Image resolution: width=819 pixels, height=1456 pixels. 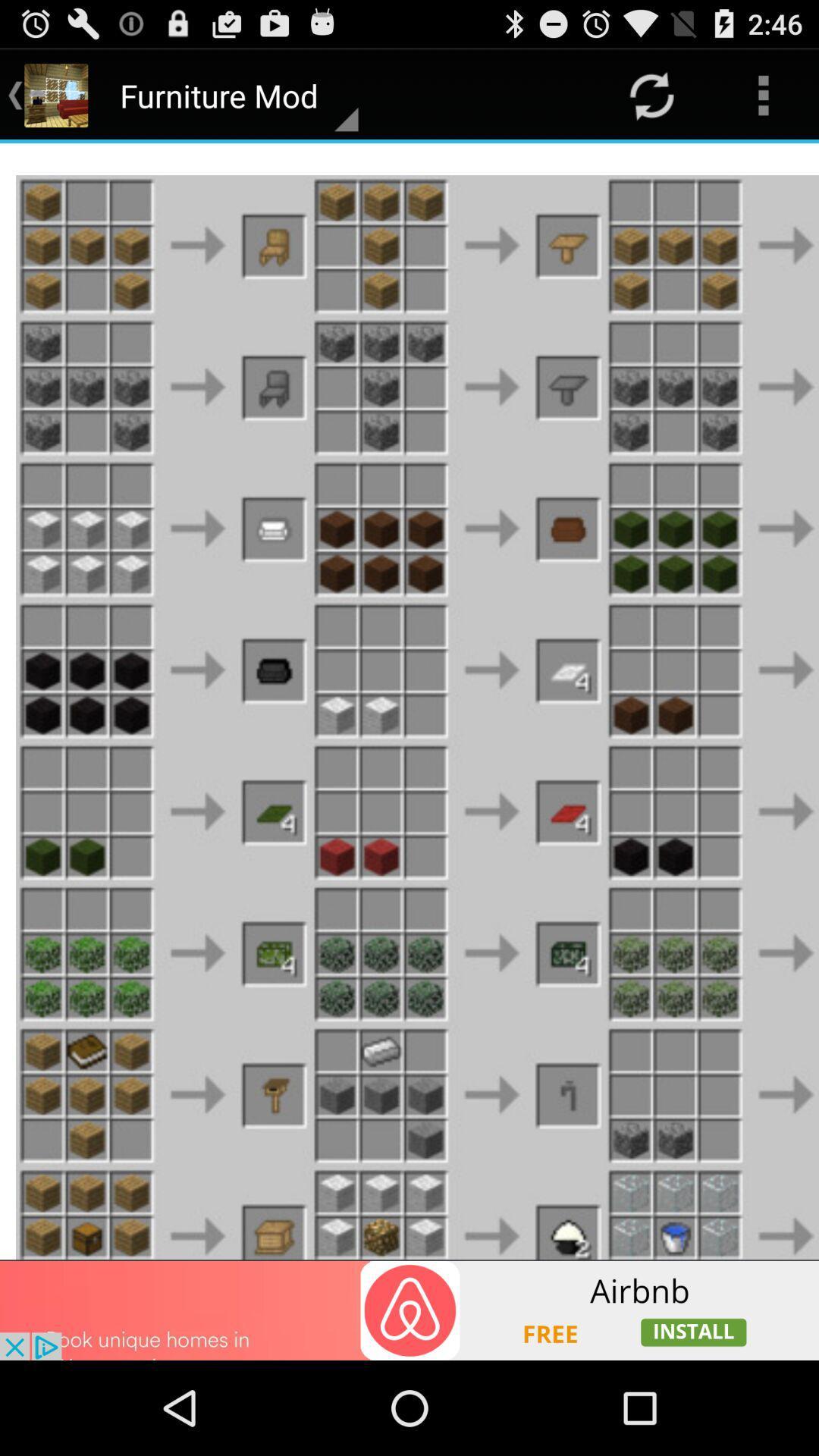 What do you see at coordinates (409, 1310) in the screenshot?
I see `open advertisement` at bounding box center [409, 1310].